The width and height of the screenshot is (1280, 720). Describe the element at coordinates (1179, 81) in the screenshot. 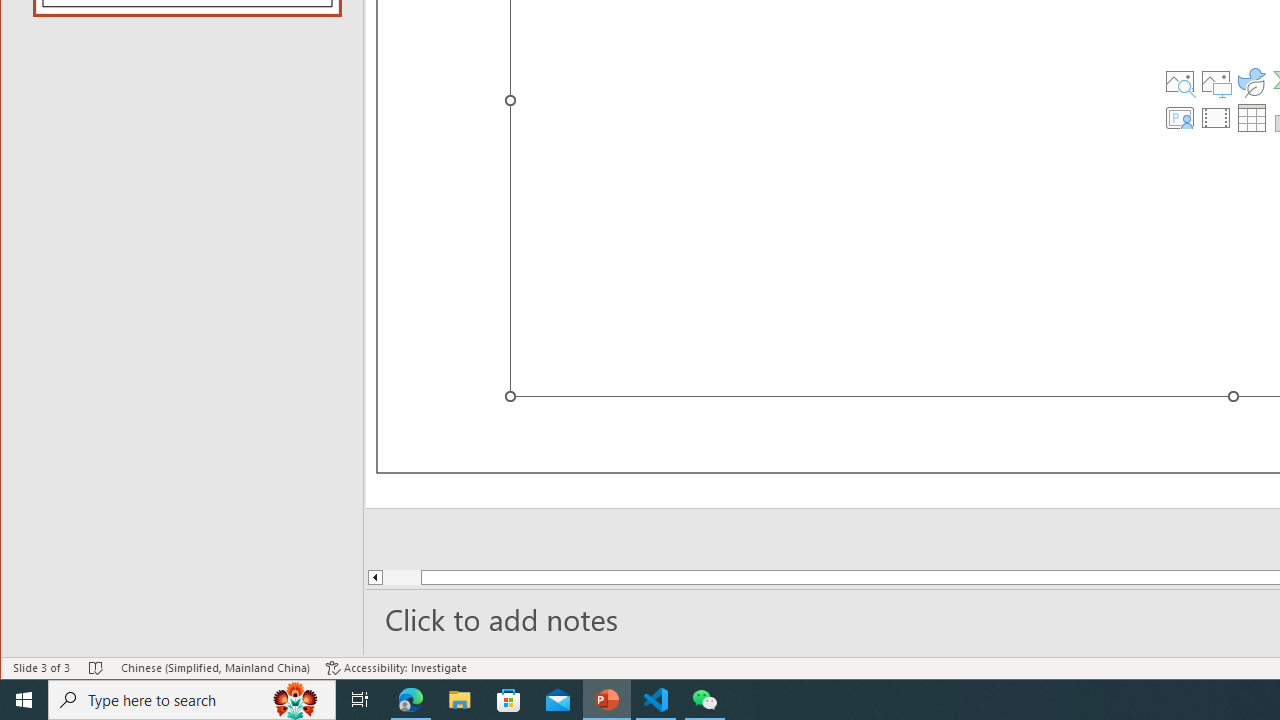

I see `'Stock Images'` at that location.